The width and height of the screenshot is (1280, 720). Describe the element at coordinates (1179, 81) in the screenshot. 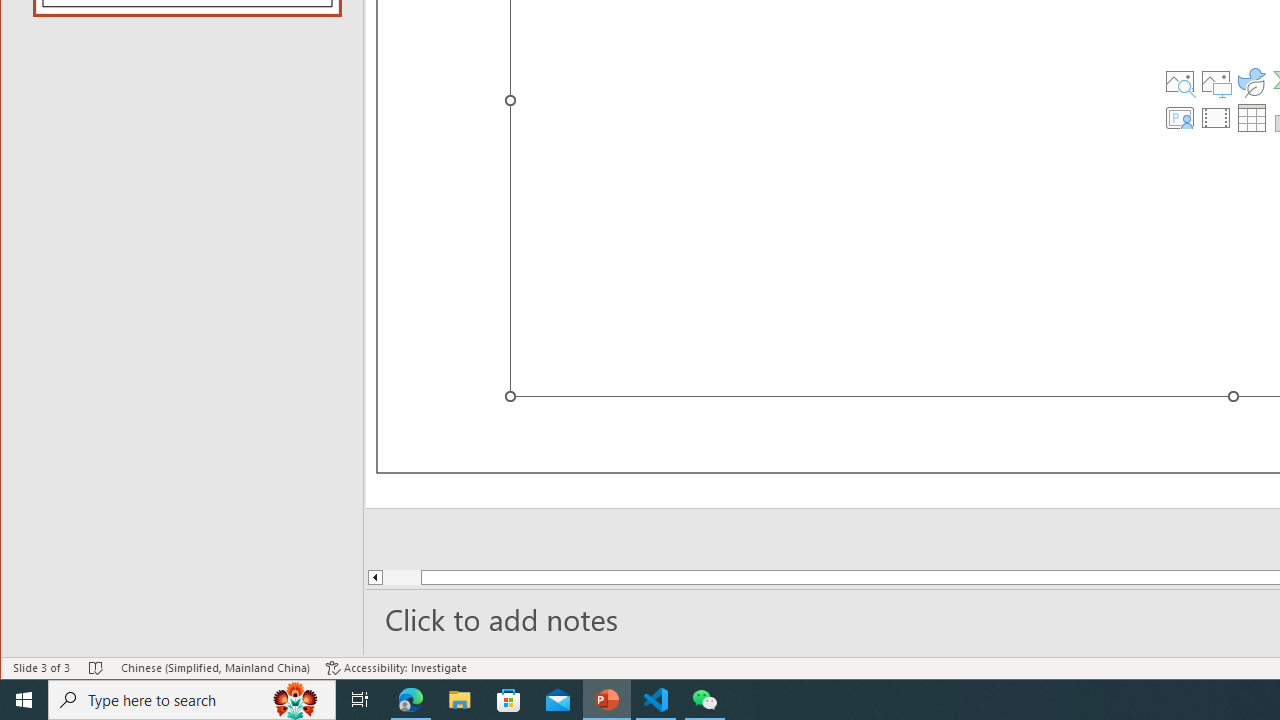

I see `'Stock Images'` at that location.